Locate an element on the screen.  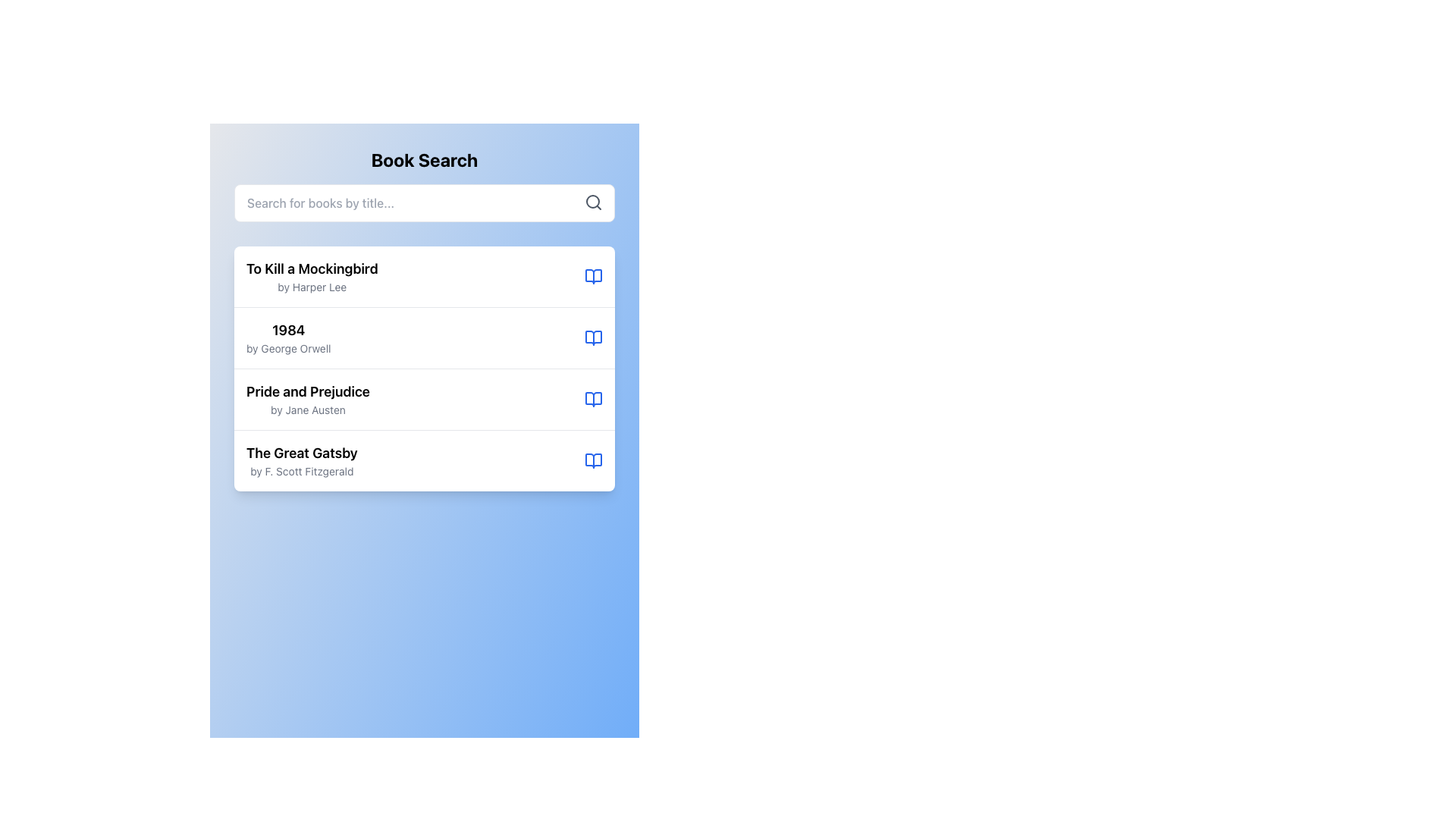
the text label indicating the book information for '1984' by George Orwell, which is the second item in the list of book entries against a blue background is located at coordinates (288, 337).